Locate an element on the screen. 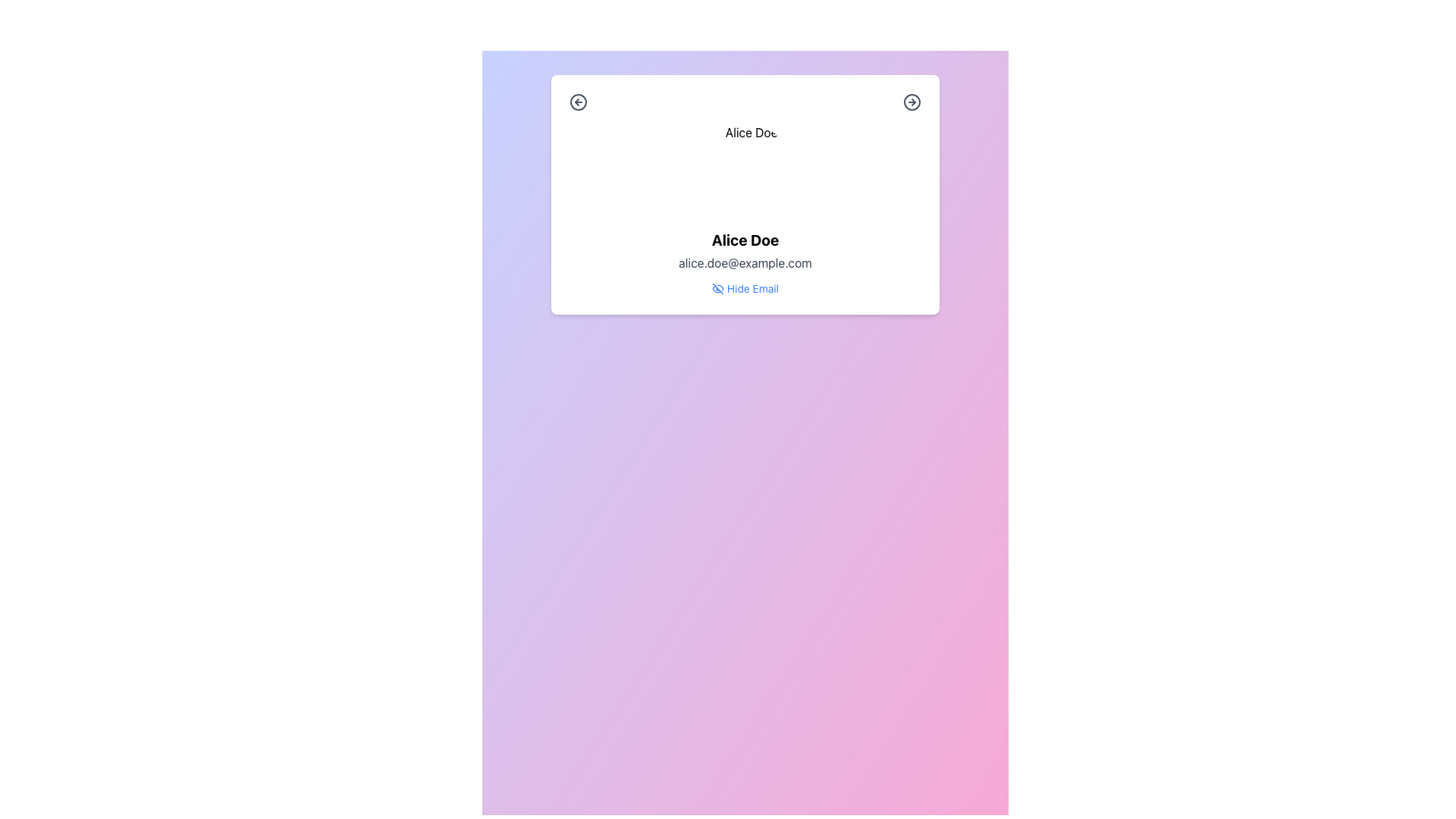  the static Text label displaying the email address associated with 'Alice Doe', which is centrally aligned below the name and above the 'Hide Email' button is located at coordinates (745, 262).